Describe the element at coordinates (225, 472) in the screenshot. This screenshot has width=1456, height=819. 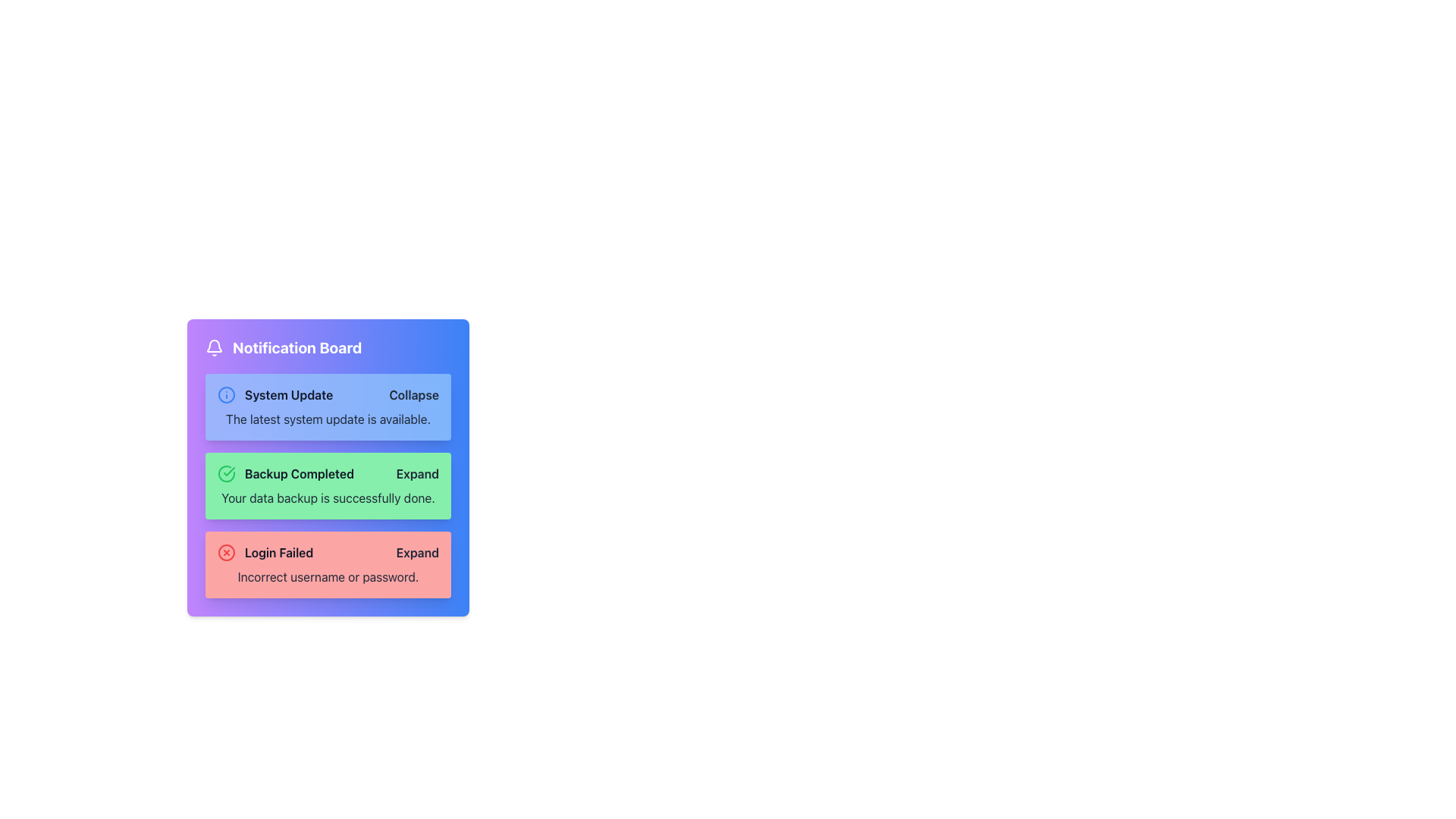
I see `the circular SVG-based icon that indicates the successful completion of a backup operation, positioned to the left of the 'Backup Completed' text label in the second notification item of the notification board` at that location.